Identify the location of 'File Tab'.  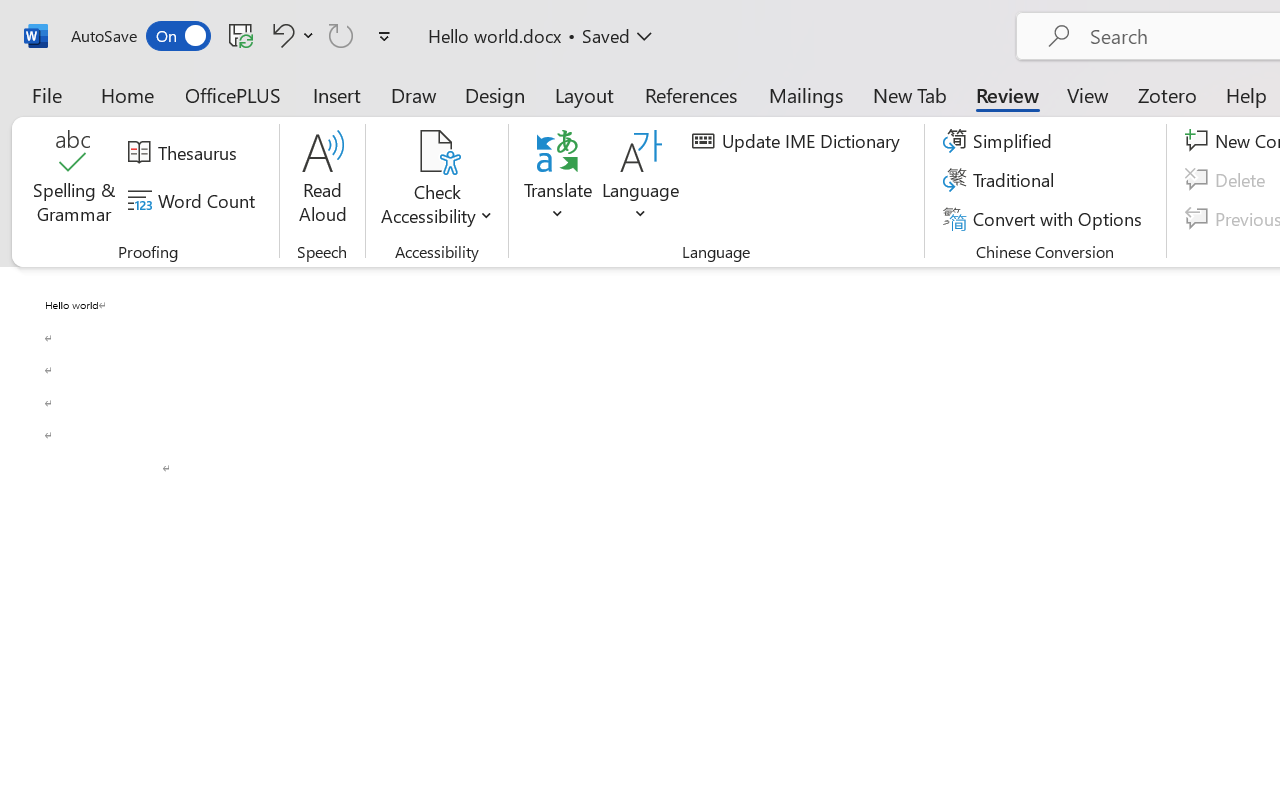
(46, 94).